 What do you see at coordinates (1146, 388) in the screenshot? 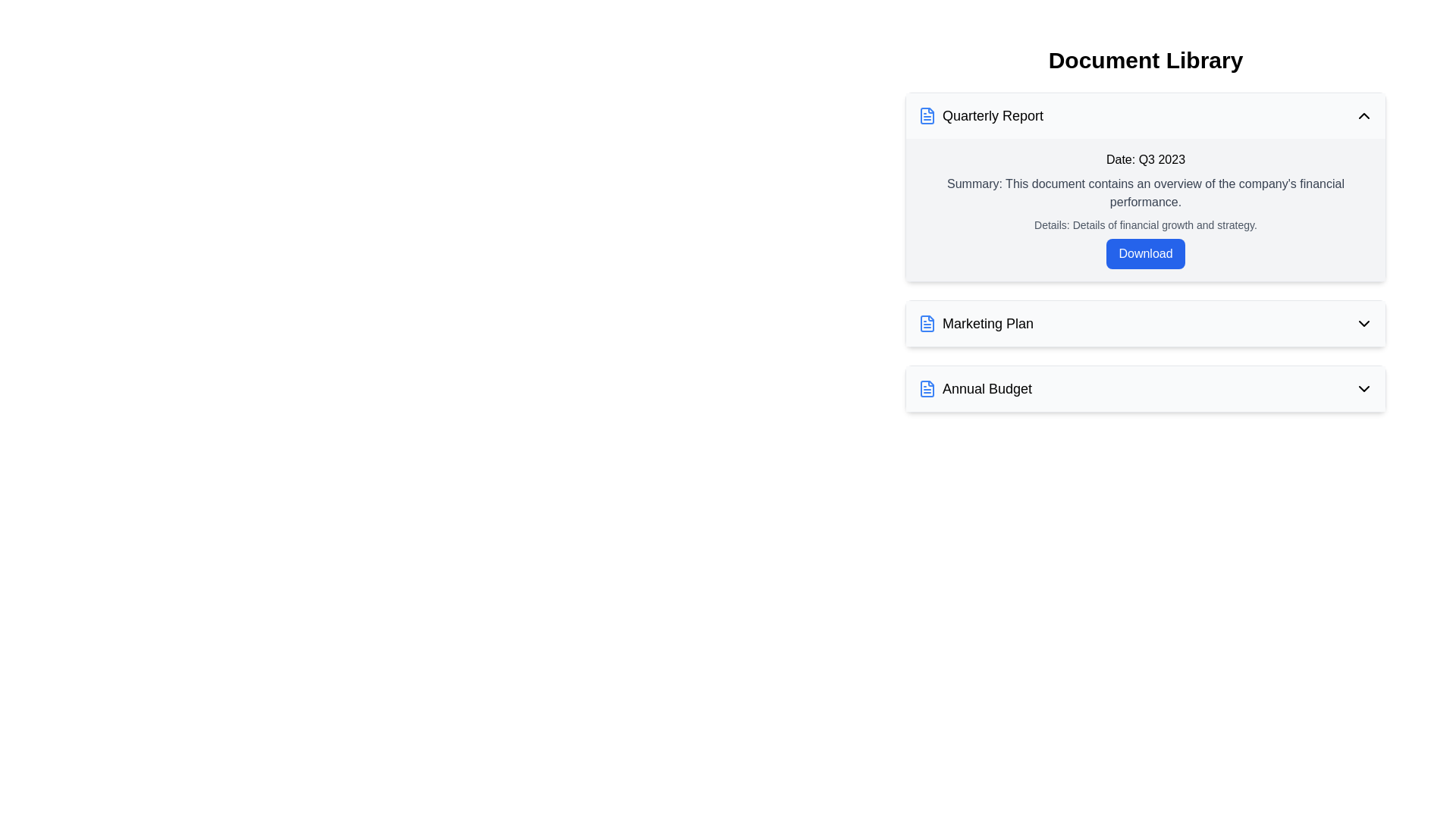
I see `the third interactive list item labeled 'Annual Budget'` at bounding box center [1146, 388].